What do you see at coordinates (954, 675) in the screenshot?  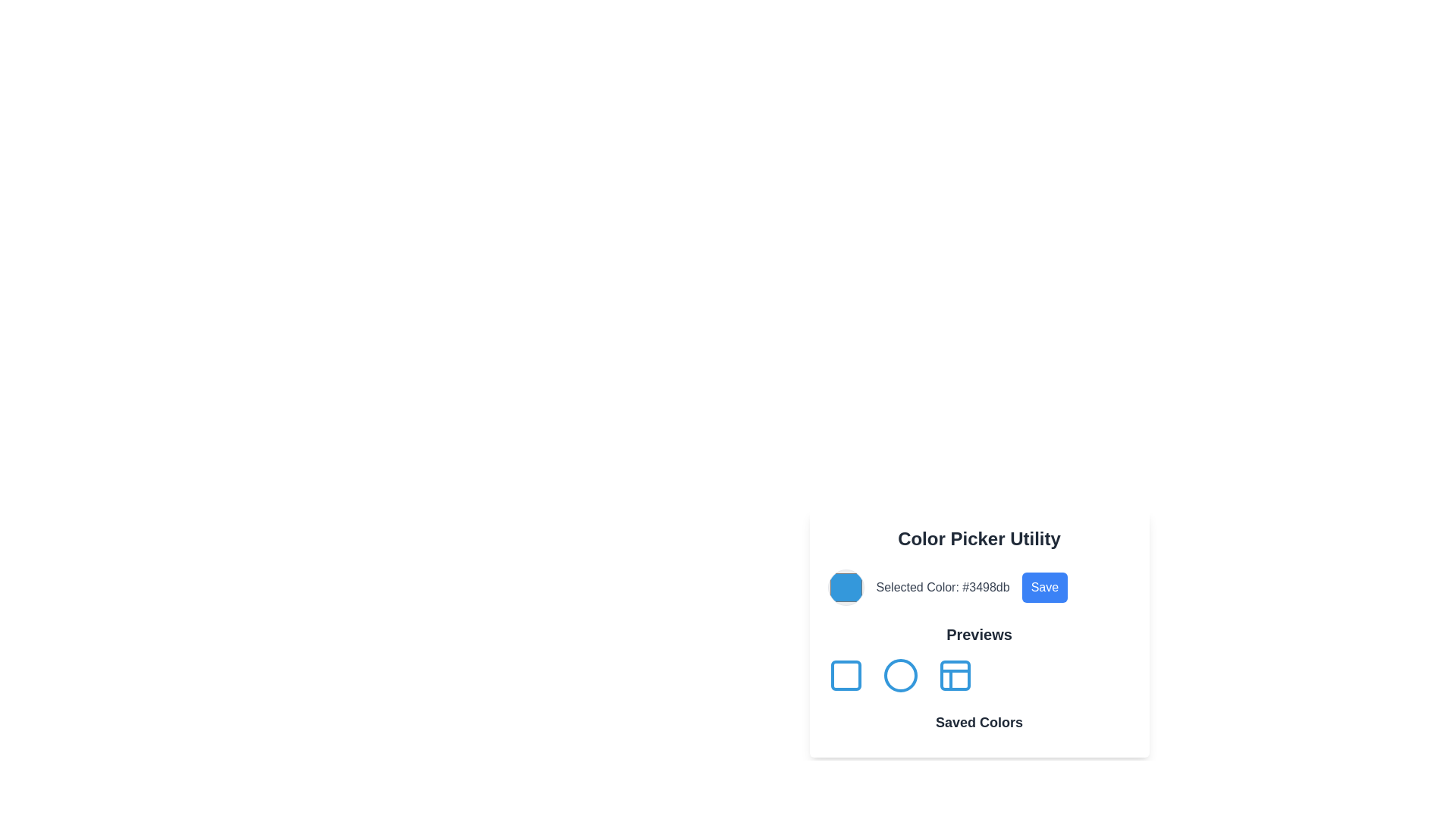 I see `the SVG graphical element that represents a selectable feature in the third preview icon under the 'Previews' section of the 'Color Picker Utility'` at bounding box center [954, 675].